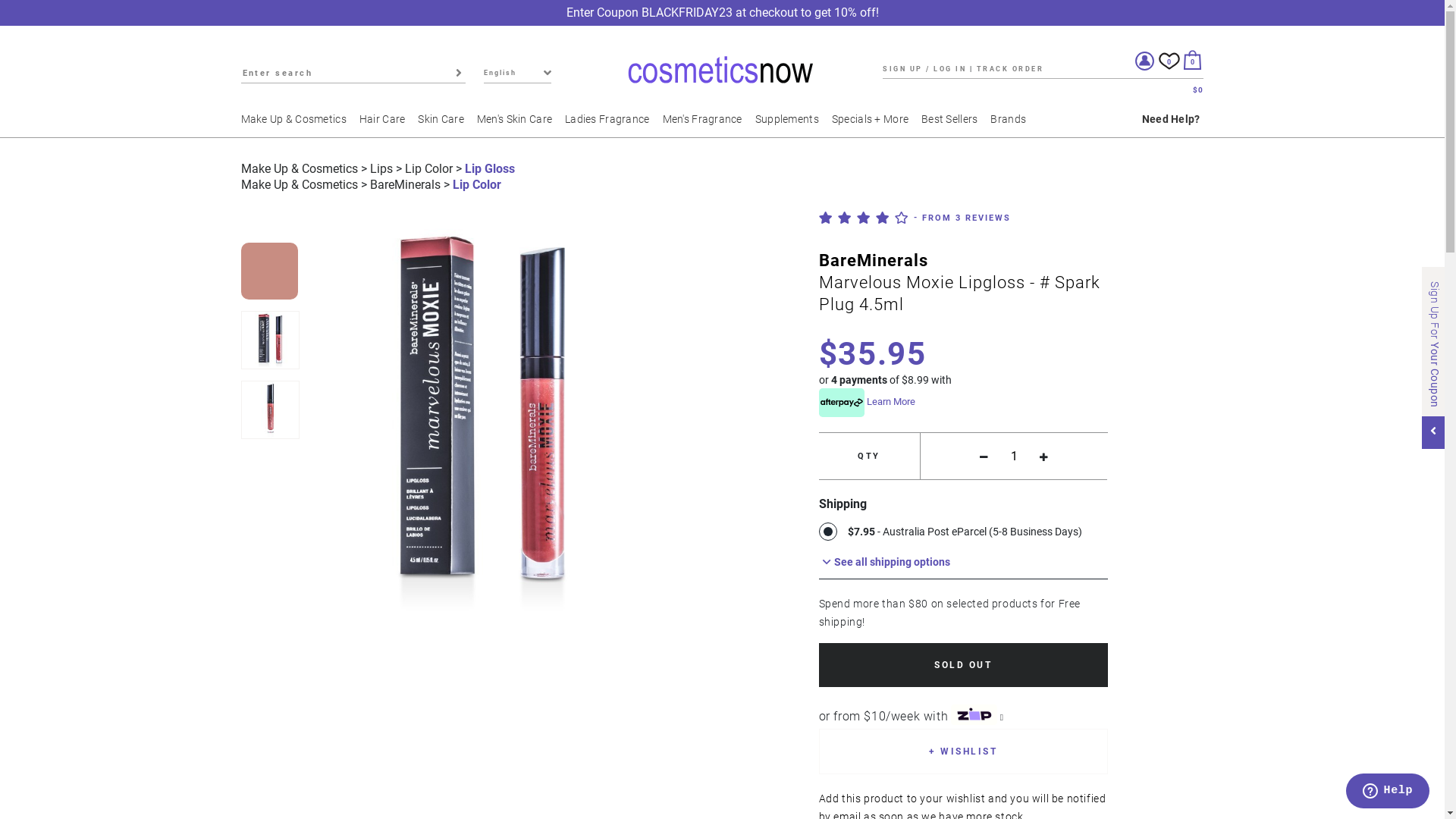 This screenshot has width=1456, height=819. What do you see at coordinates (428, 168) in the screenshot?
I see `'Lip Color'` at bounding box center [428, 168].